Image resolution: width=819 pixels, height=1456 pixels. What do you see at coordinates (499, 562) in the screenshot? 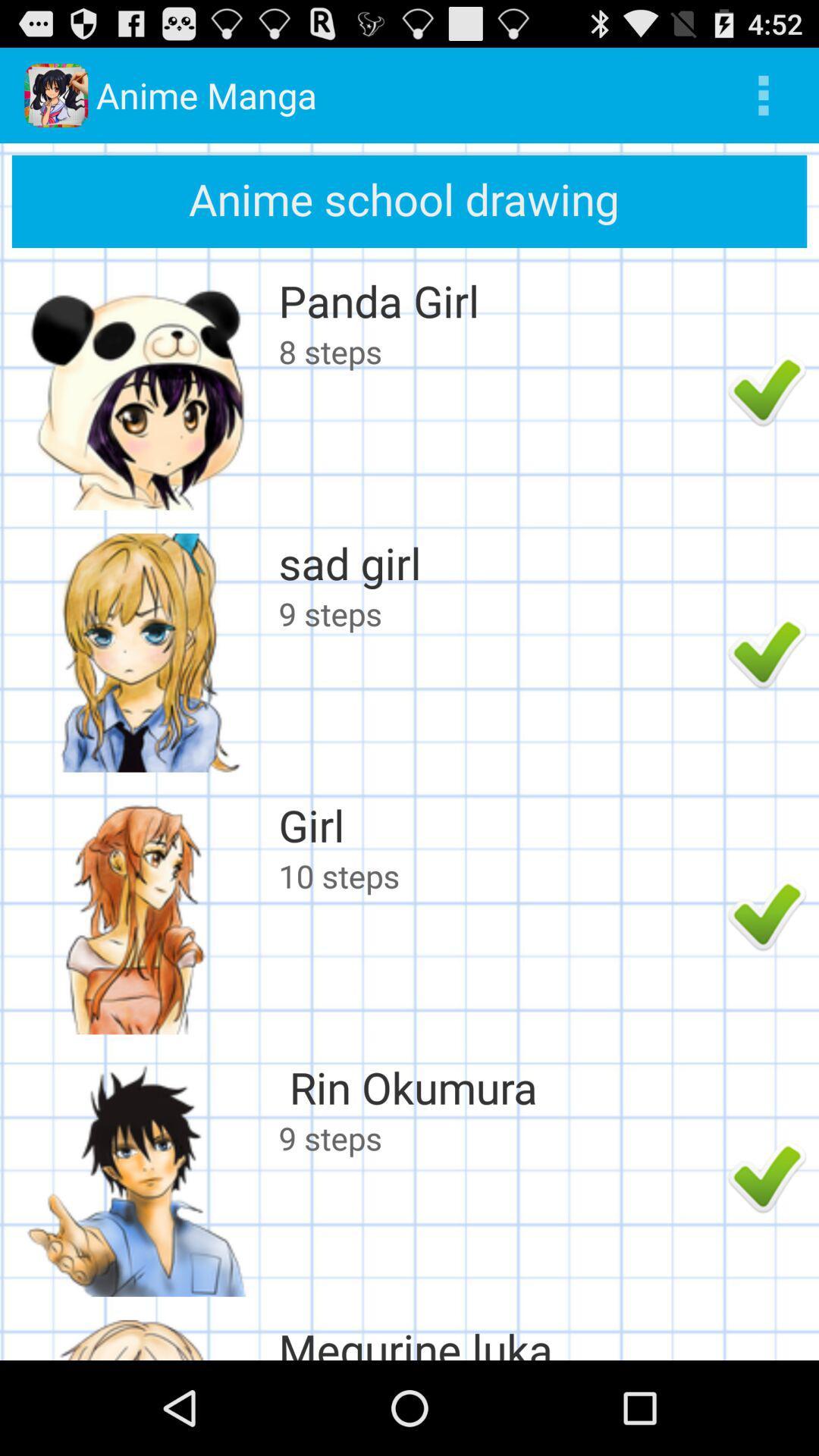
I see `icon above 9 steps item` at bounding box center [499, 562].